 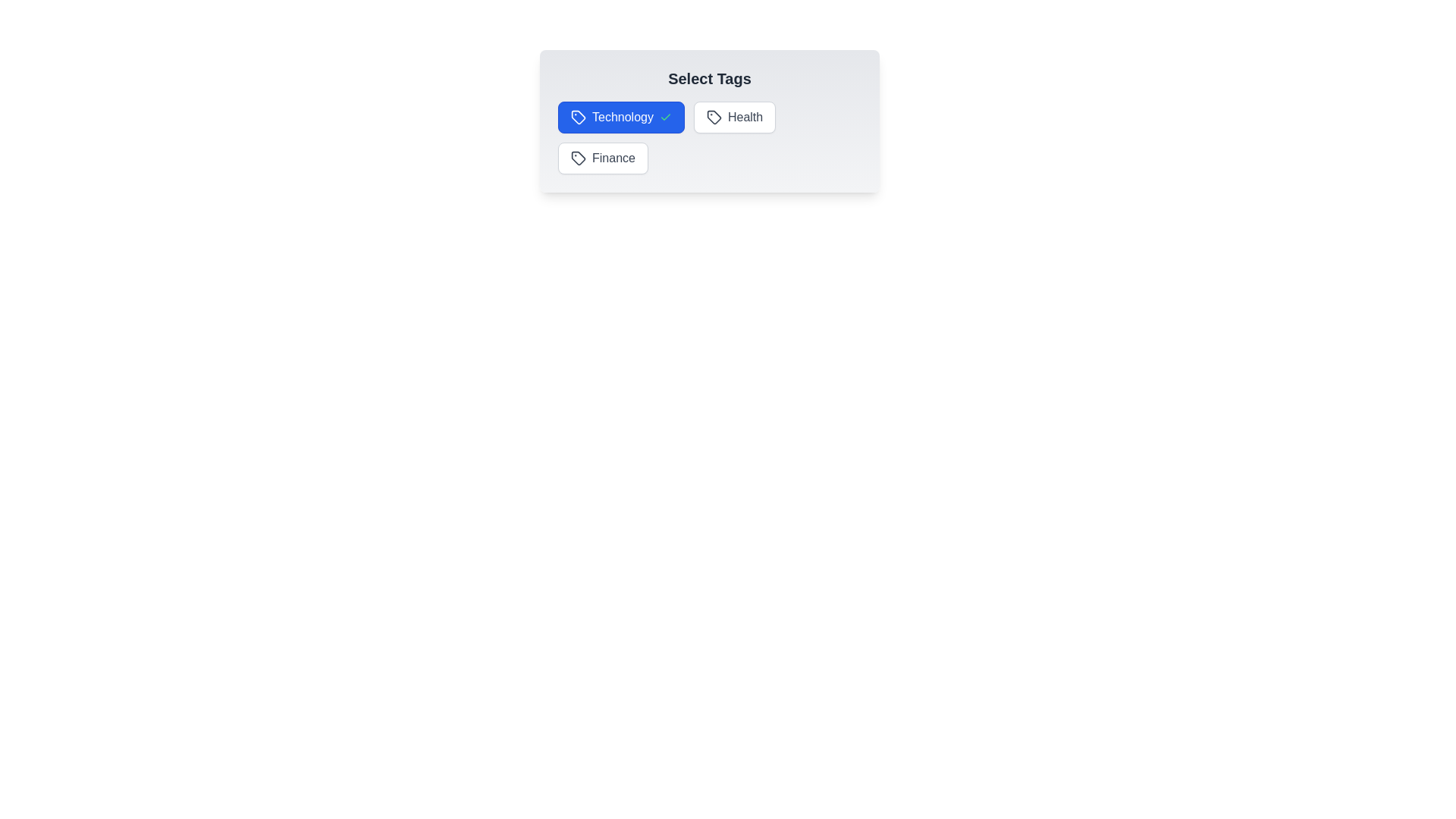 What do you see at coordinates (735, 116) in the screenshot?
I see `the tag Health to toggle its selection` at bounding box center [735, 116].